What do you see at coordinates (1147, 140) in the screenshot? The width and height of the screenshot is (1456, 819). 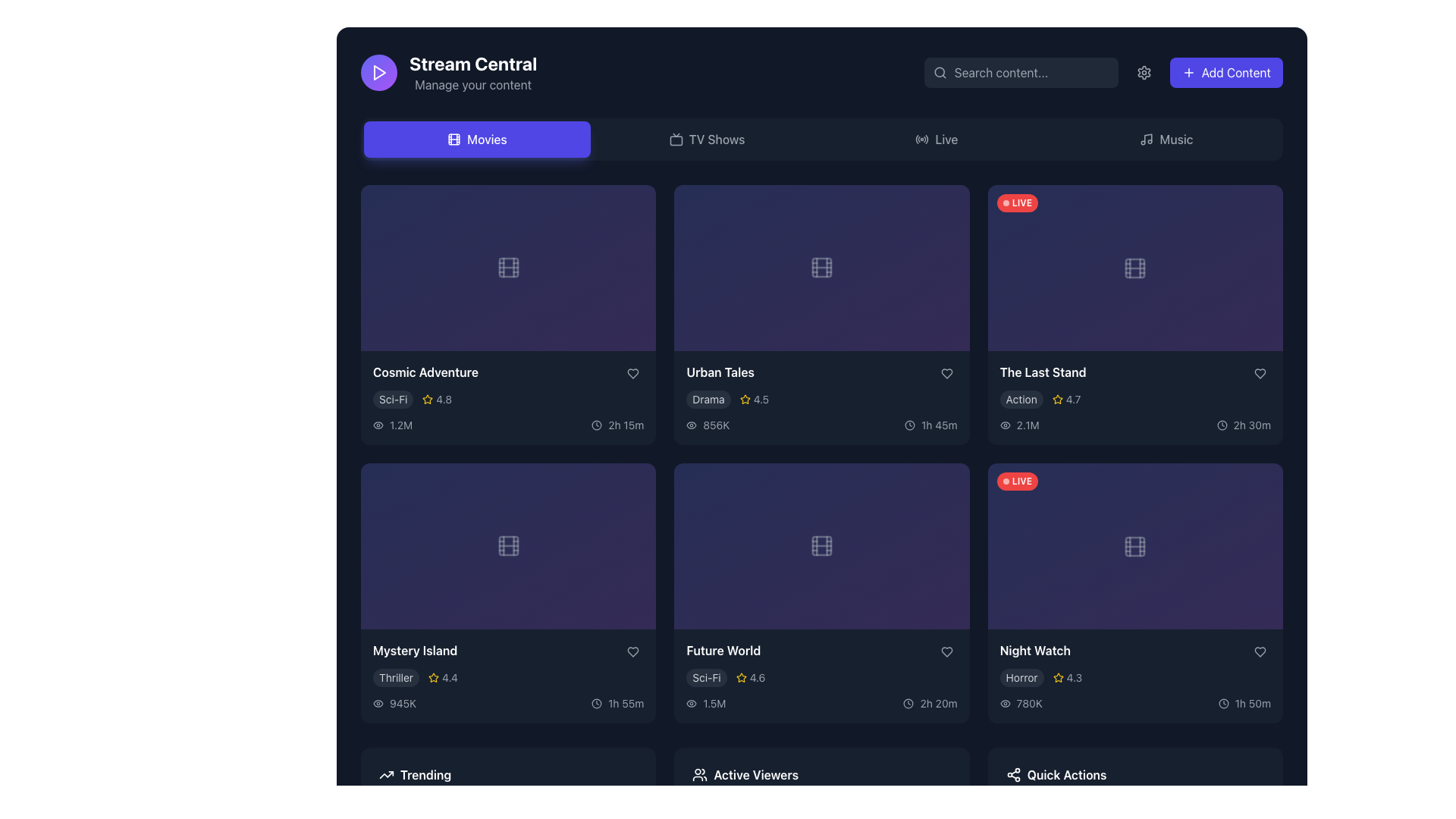 I see `the music icon, which features a distinctive note symbol styled in light gray on a dark background` at bounding box center [1147, 140].